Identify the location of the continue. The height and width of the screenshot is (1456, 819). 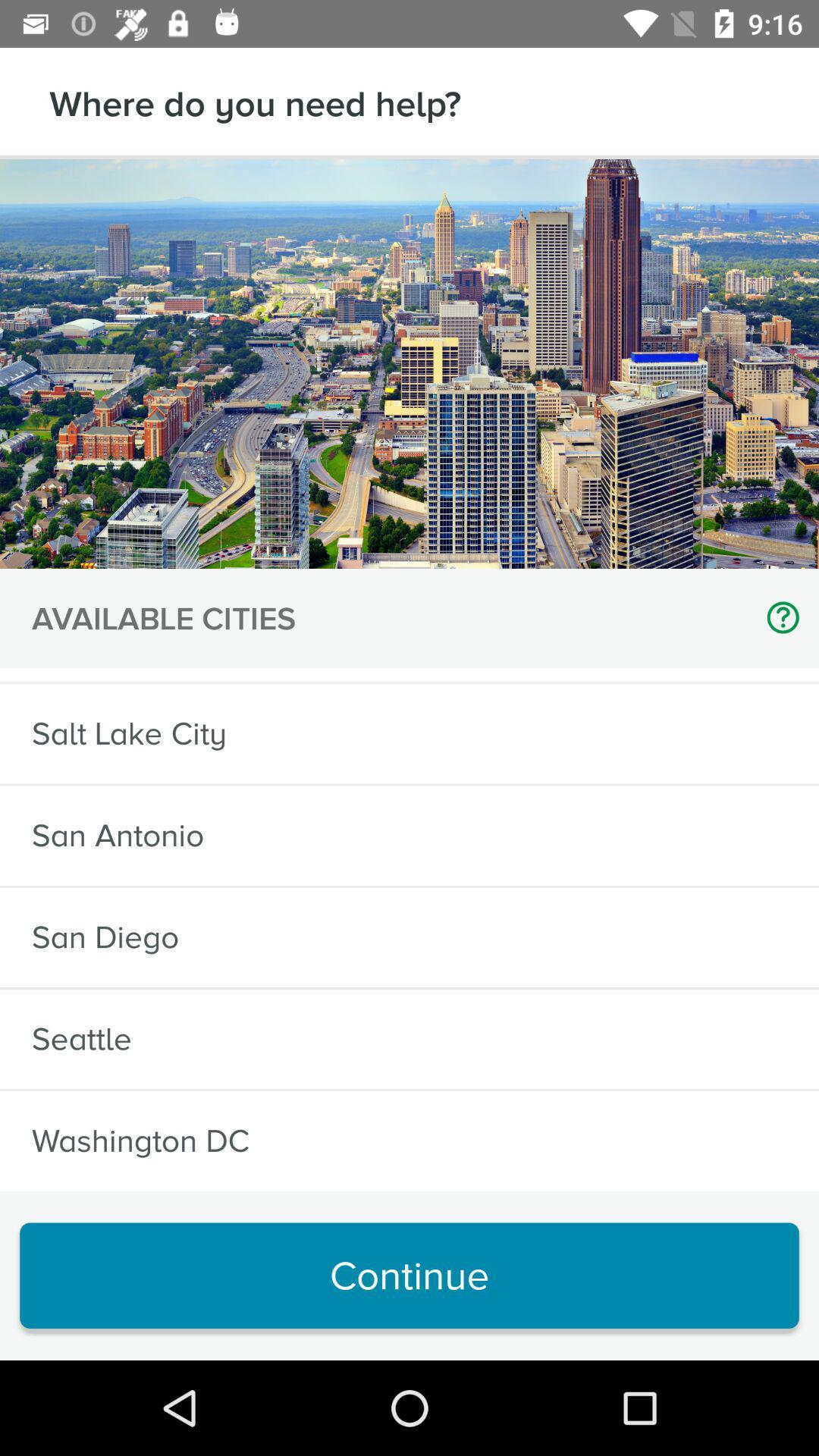
(409, 1275).